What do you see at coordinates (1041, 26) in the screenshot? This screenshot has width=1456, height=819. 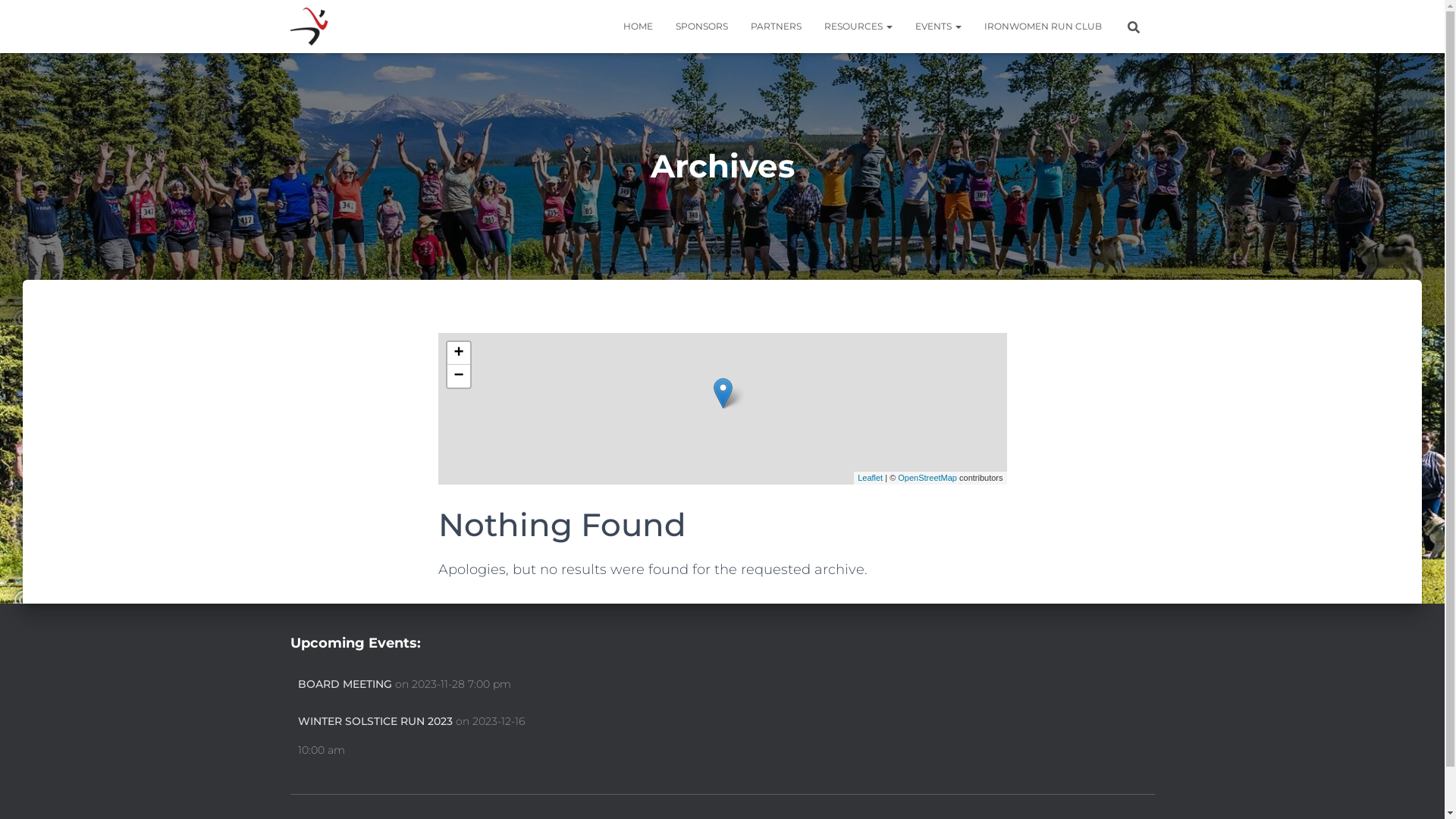 I see `'IRONWOMEN RUN CLUB'` at bounding box center [1041, 26].